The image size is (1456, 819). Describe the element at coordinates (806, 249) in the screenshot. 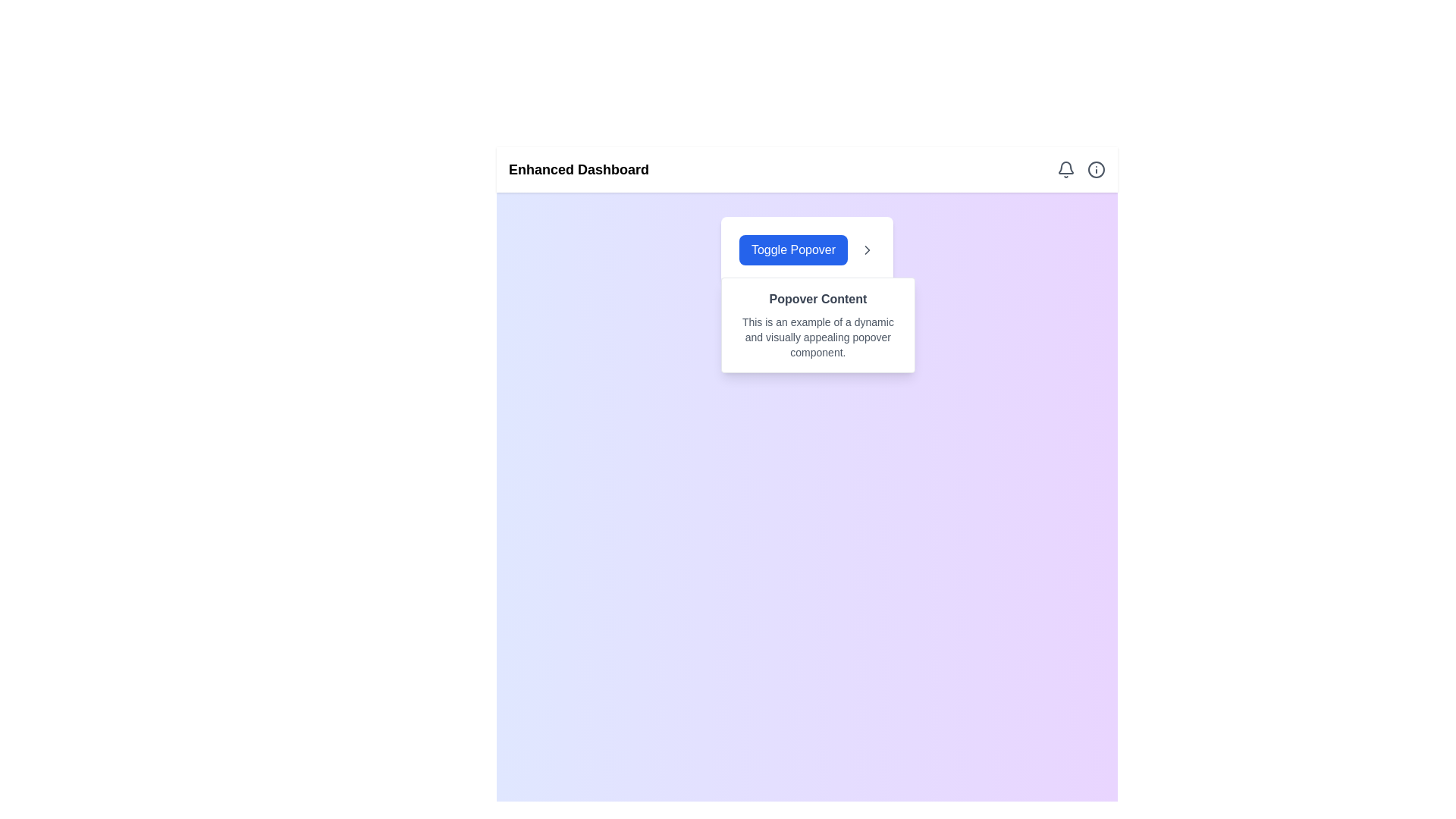

I see `the toggle button for displaying or hiding the popover, located just below the header area with the text 'Enhanced Dashboard'` at that location.